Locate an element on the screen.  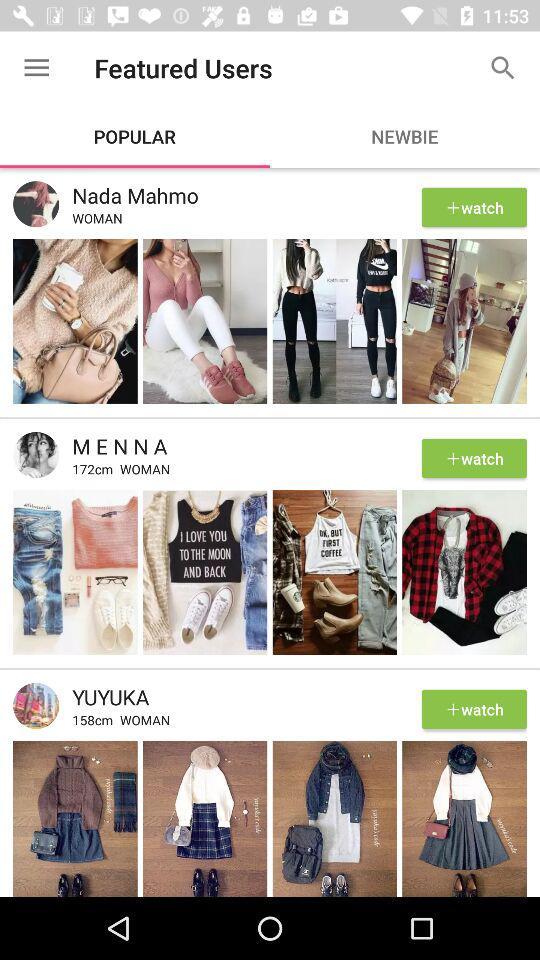
the item next to featured users icon is located at coordinates (36, 68).